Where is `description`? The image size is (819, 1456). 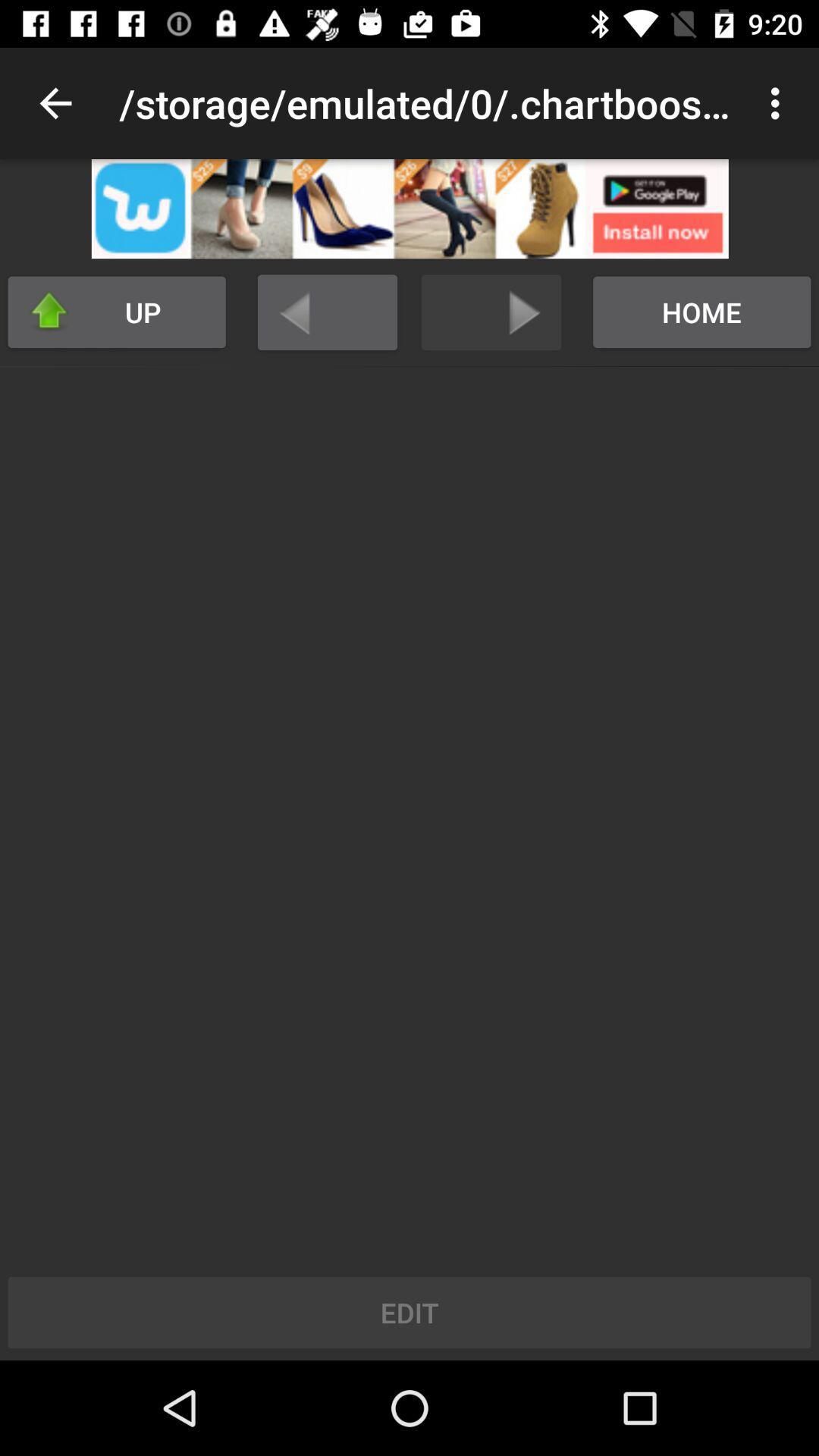
description is located at coordinates (409, 208).